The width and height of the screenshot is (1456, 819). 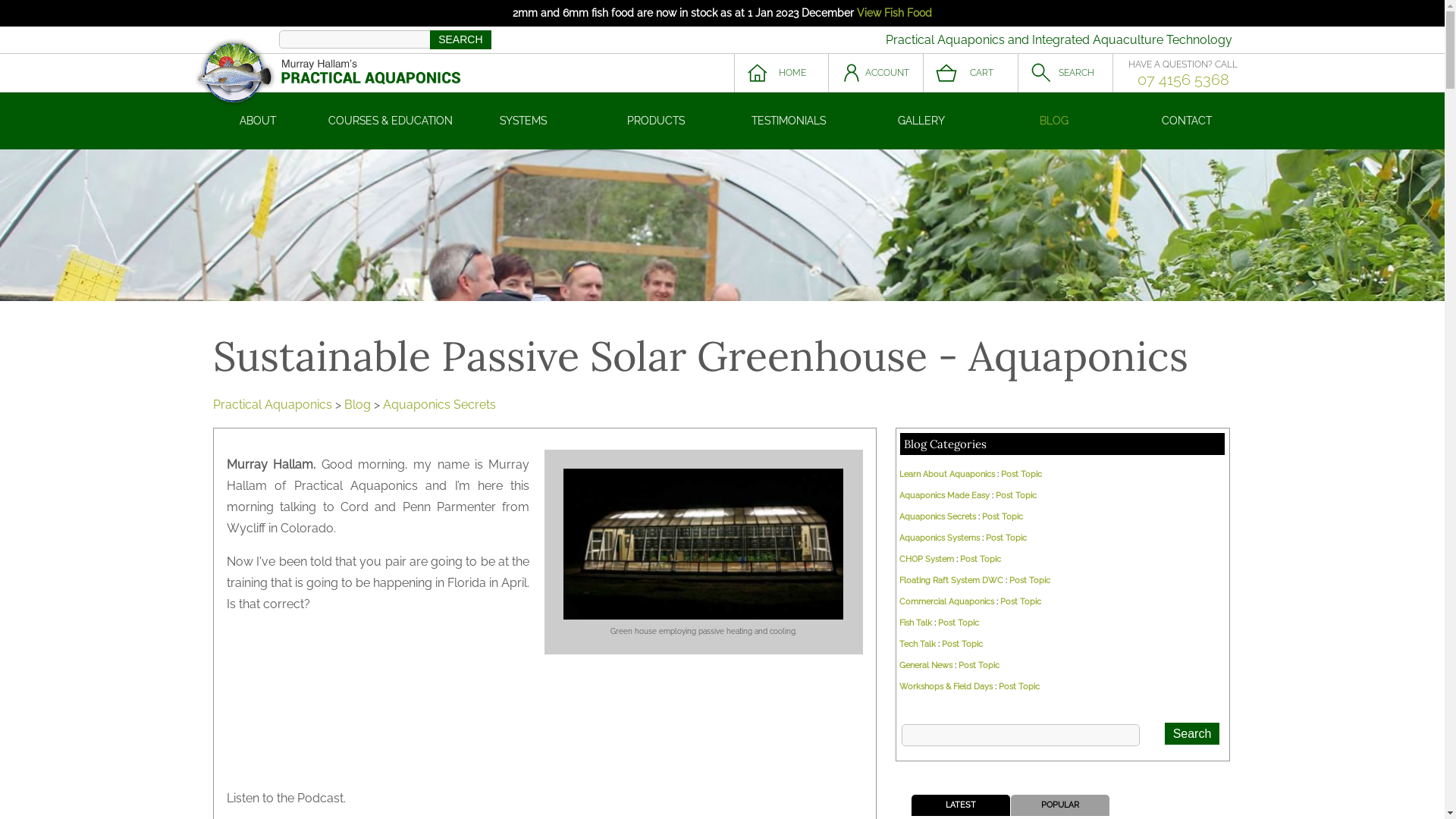 What do you see at coordinates (926, 559) in the screenshot?
I see `'CHOP System'` at bounding box center [926, 559].